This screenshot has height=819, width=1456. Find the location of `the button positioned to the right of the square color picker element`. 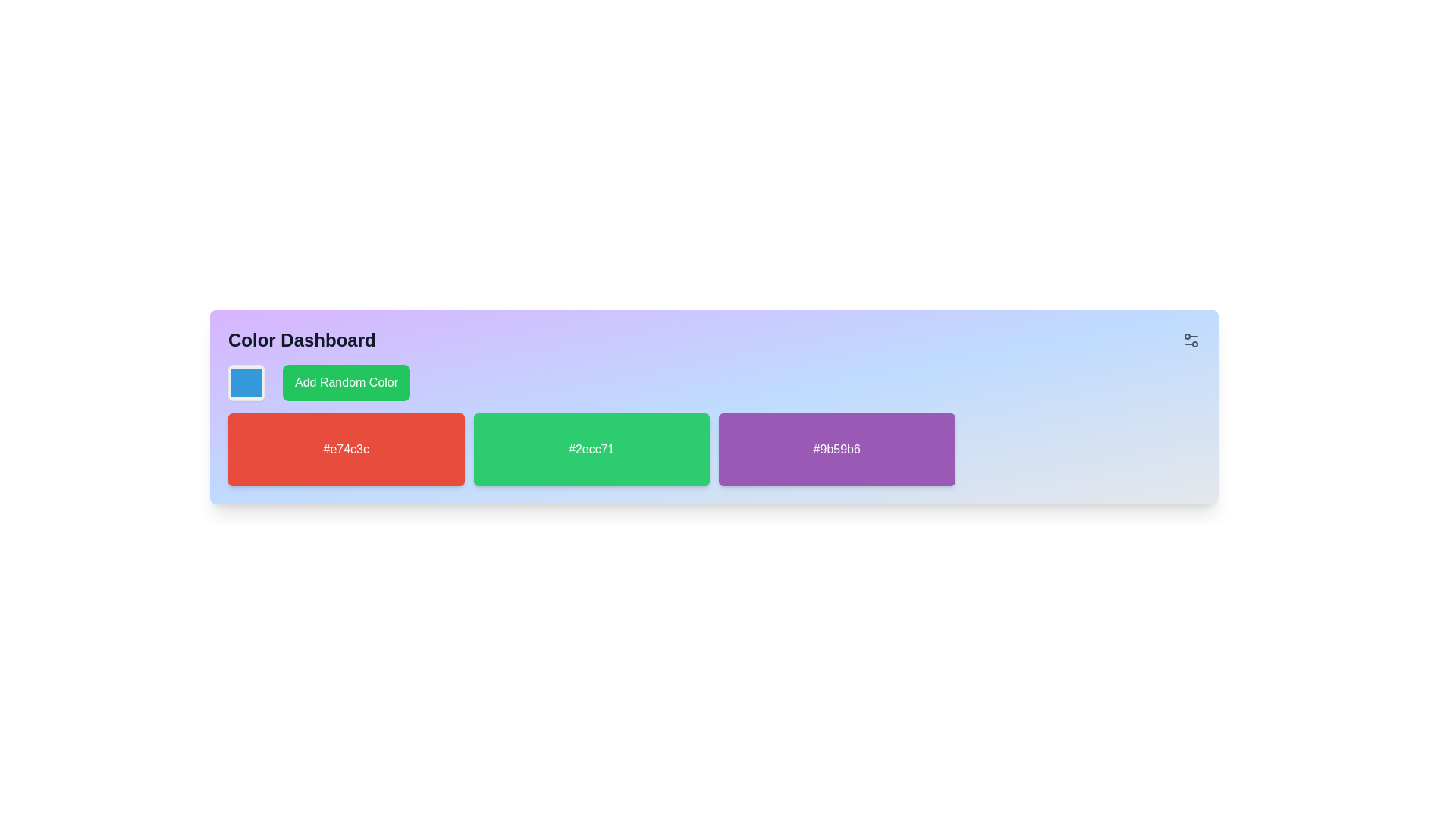

the button positioned to the right of the square color picker element is located at coordinates (345, 382).